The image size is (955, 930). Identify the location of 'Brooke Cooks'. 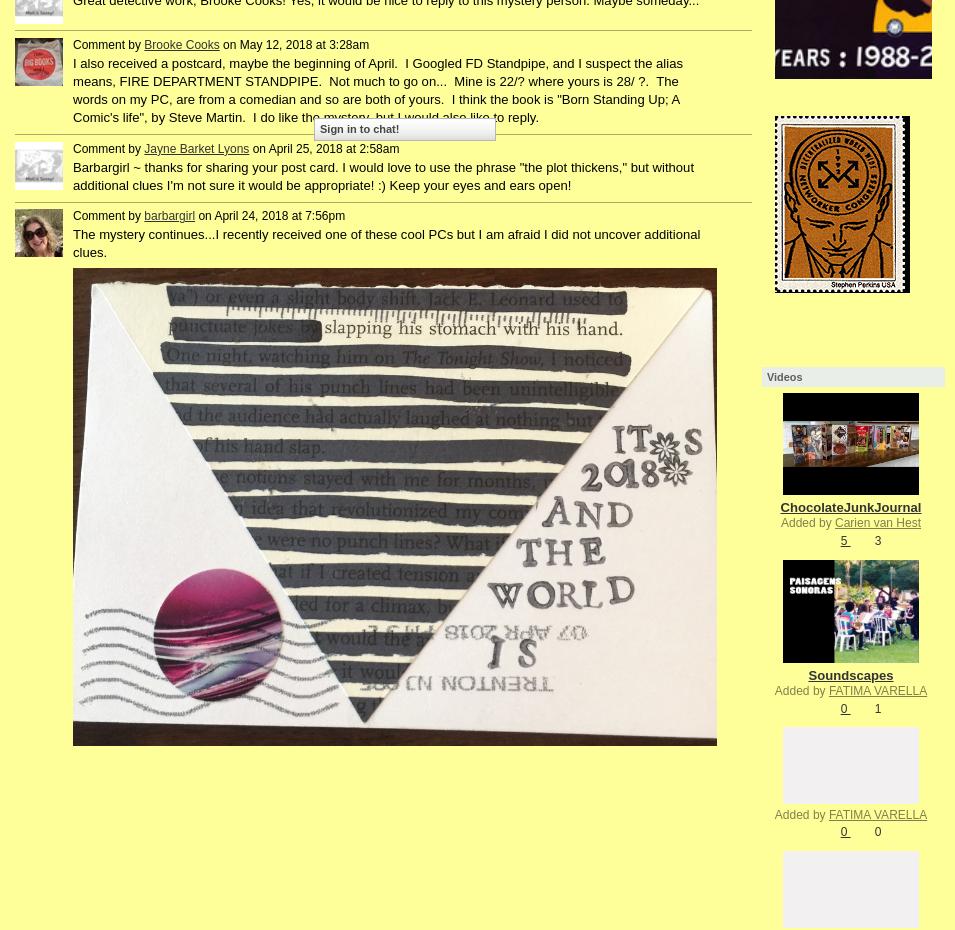
(143, 42).